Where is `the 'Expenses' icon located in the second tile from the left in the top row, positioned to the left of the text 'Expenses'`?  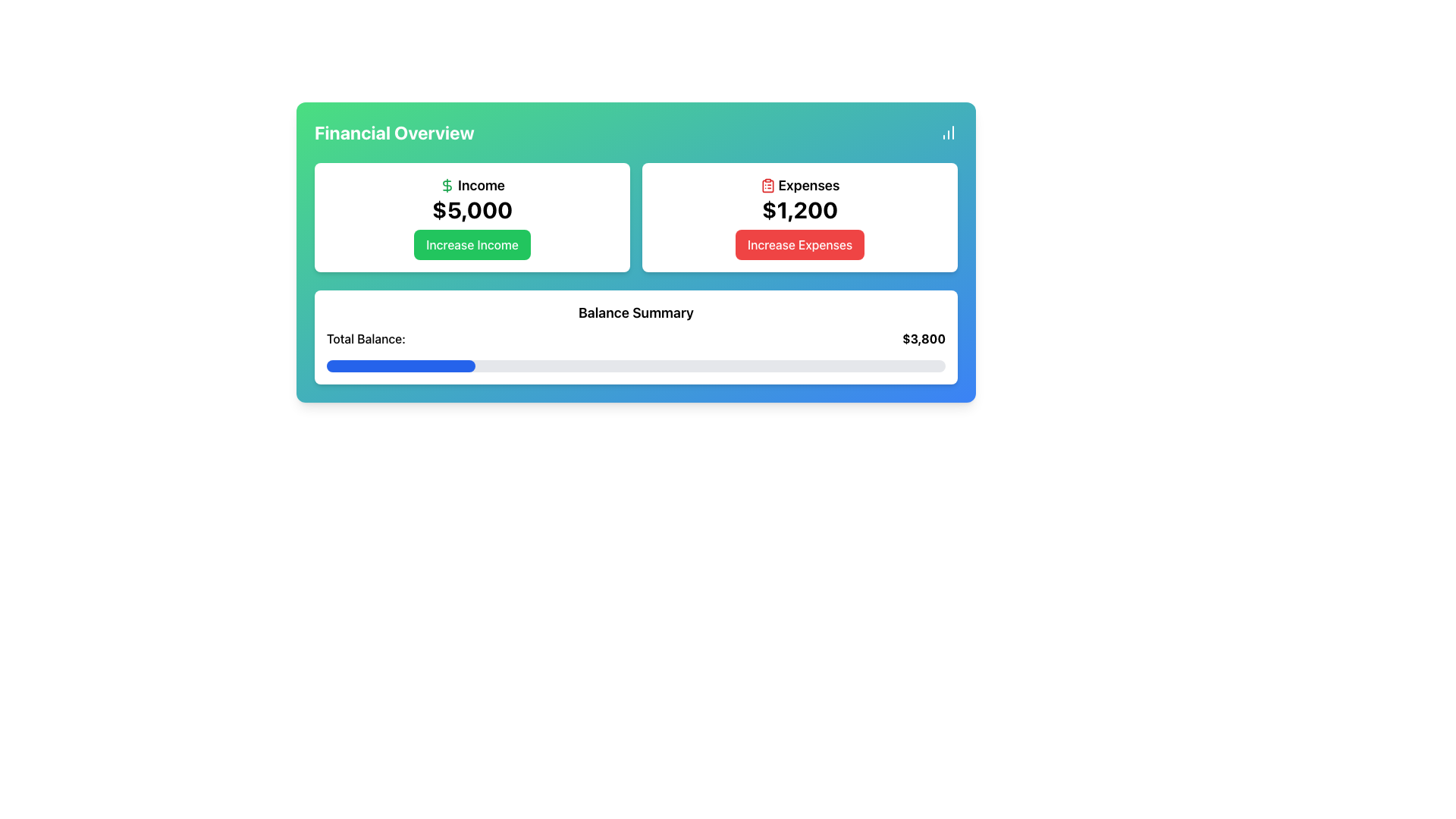 the 'Expenses' icon located in the second tile from the left in the top row, positioned to the left of the text 'Expenses' is located at coordinates (767, 185).